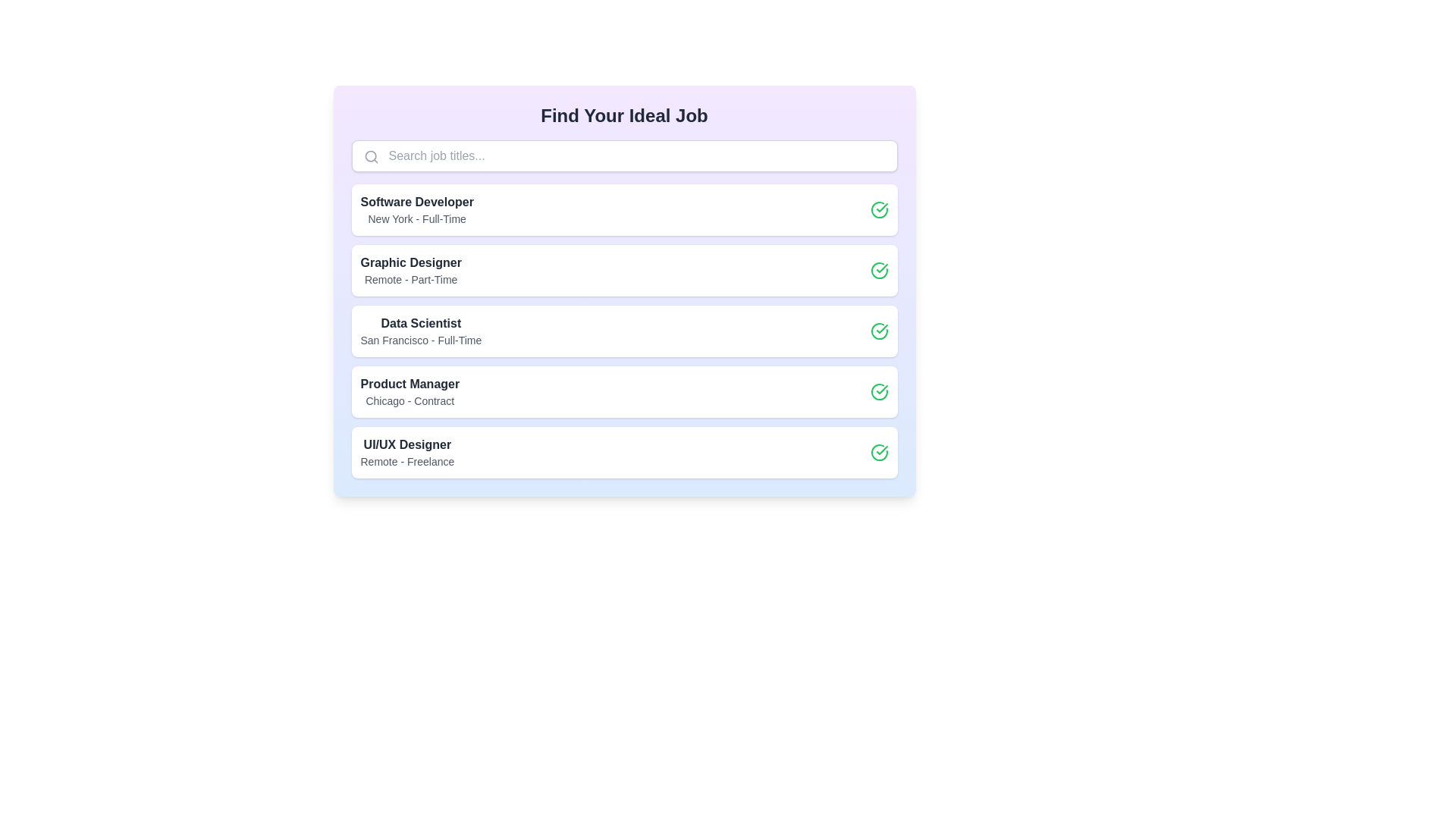 This screenshot has width=1456, height=819. What do you see at coordinates (417, 201) in the screenshot?
I see `text of the job title label located at the top of the job listing card, which is positioned above the description 'New York - Full-Time'` at bounding box center [417, 201].